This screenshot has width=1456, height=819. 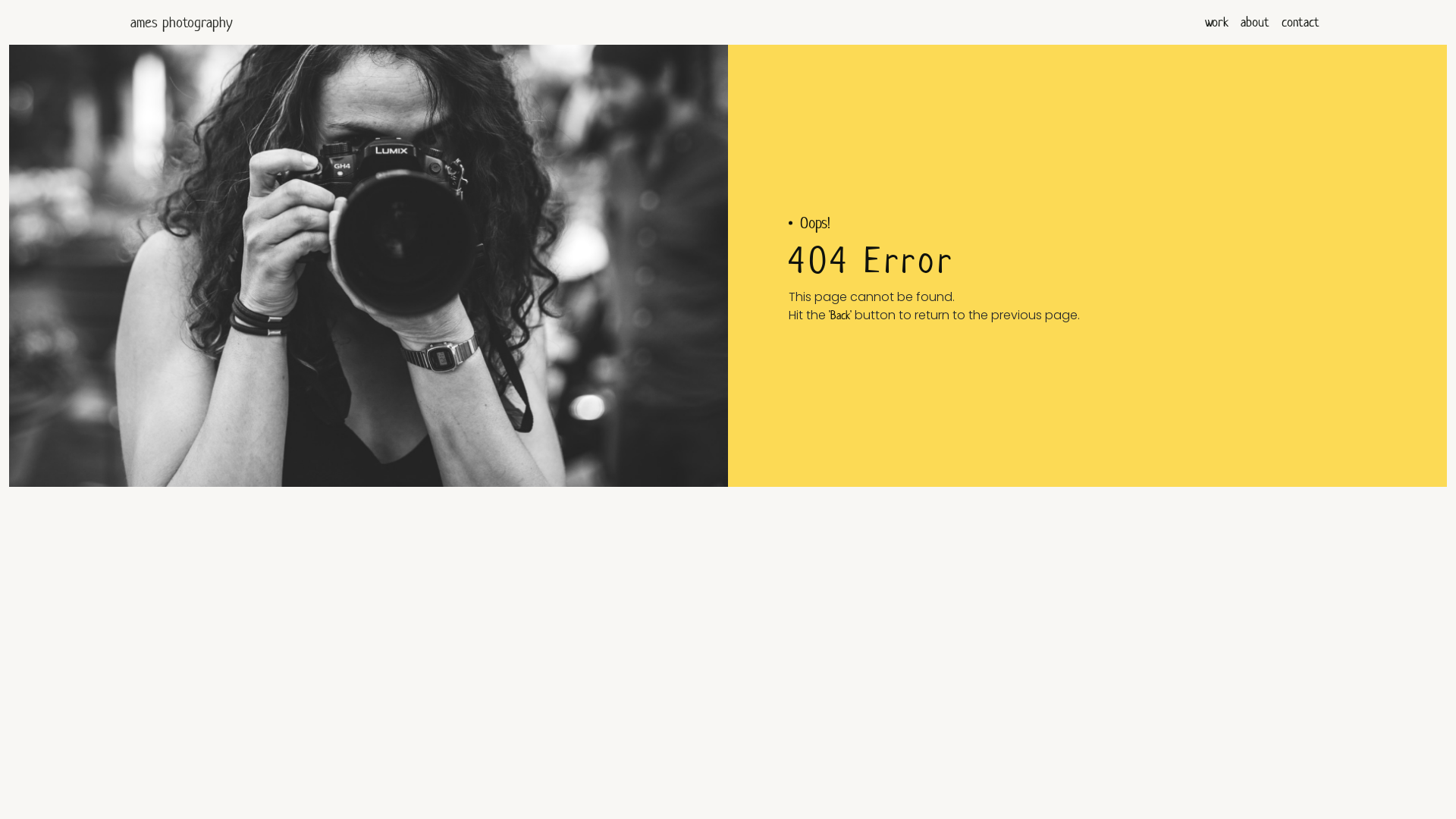 I want to click on ''Back'', so click(x=839, y=314).